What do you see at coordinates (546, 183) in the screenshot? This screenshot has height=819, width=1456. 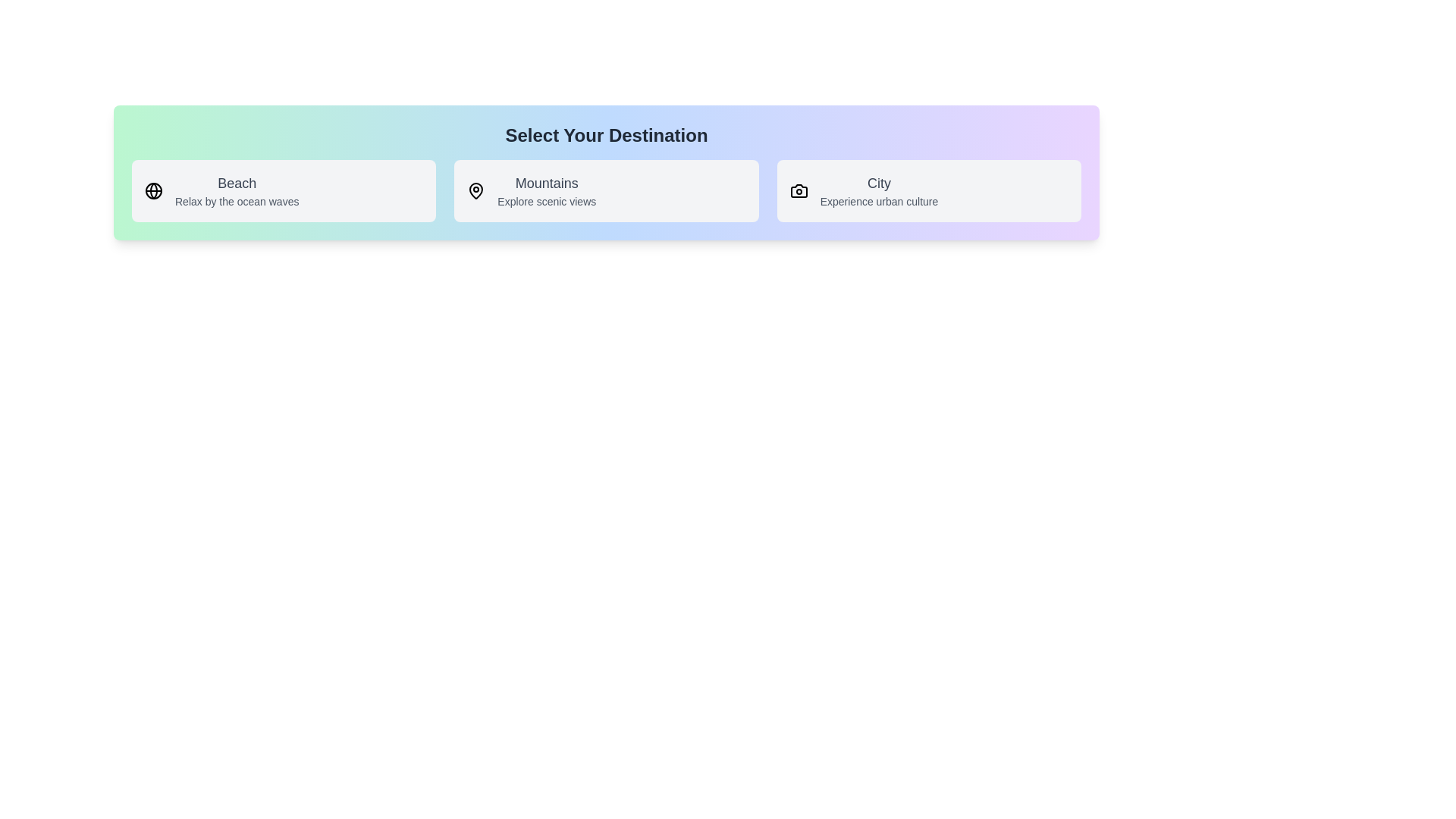 I see `the text label displaying 'Mountains' which is located in the second card under the 'Select Your Destination' section` at bounding box center [546, 183].